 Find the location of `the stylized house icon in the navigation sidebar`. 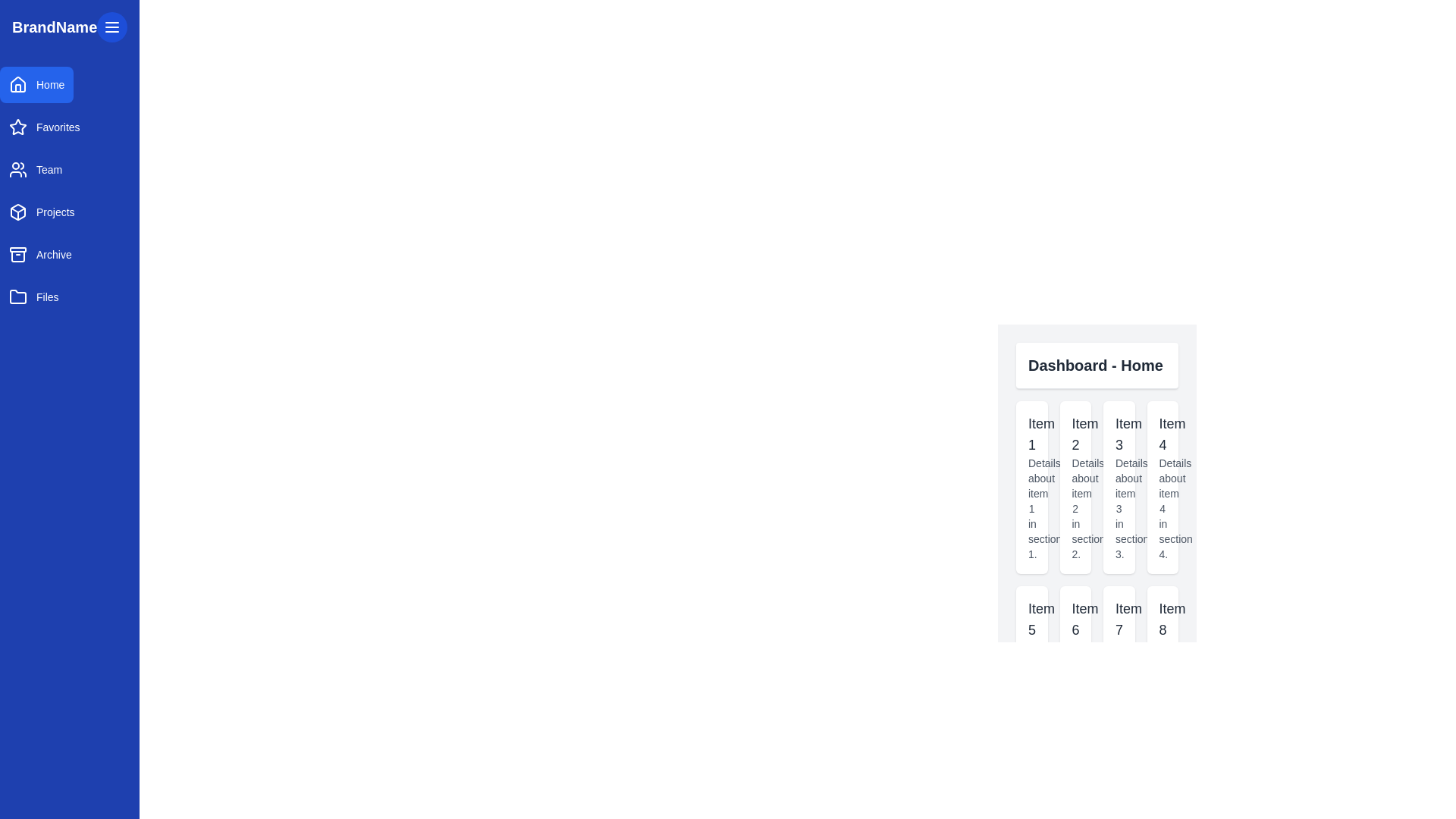

the stylized house icon in the navigation sidebar is located at coordinates (18, 84).